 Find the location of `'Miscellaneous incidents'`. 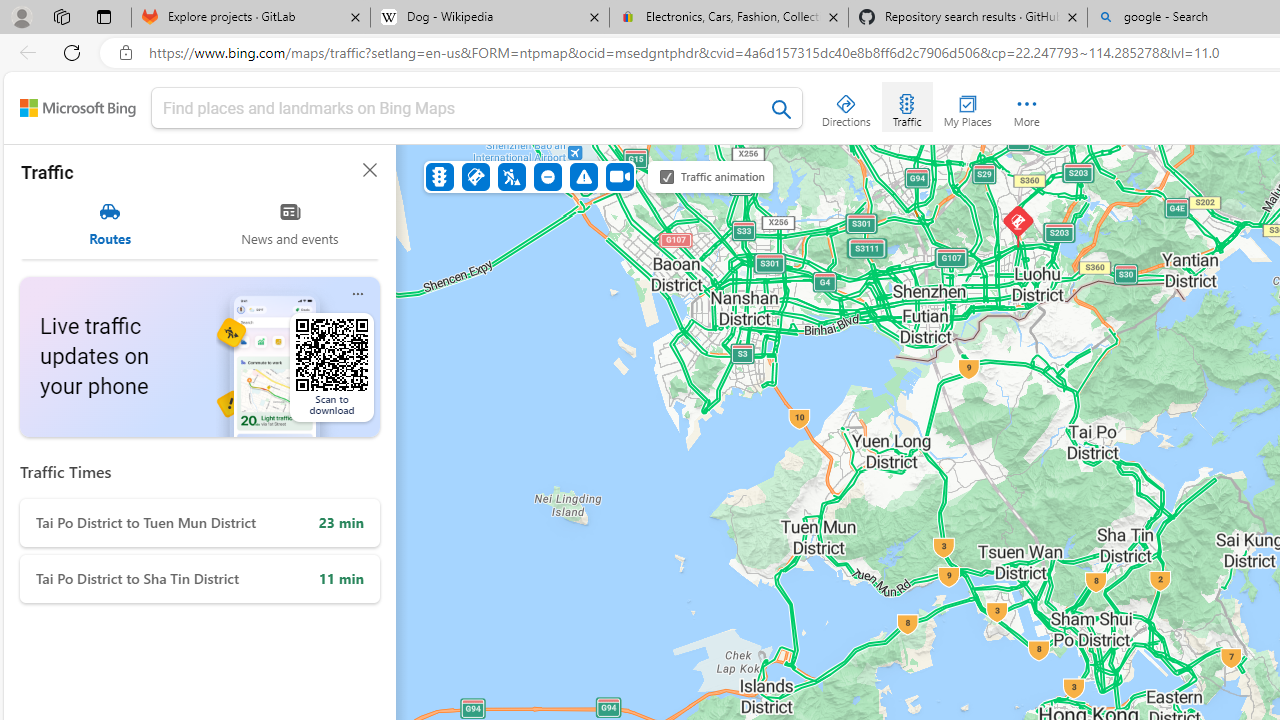

'Miscellaneous incidents' is located at coordinates (582, 175).